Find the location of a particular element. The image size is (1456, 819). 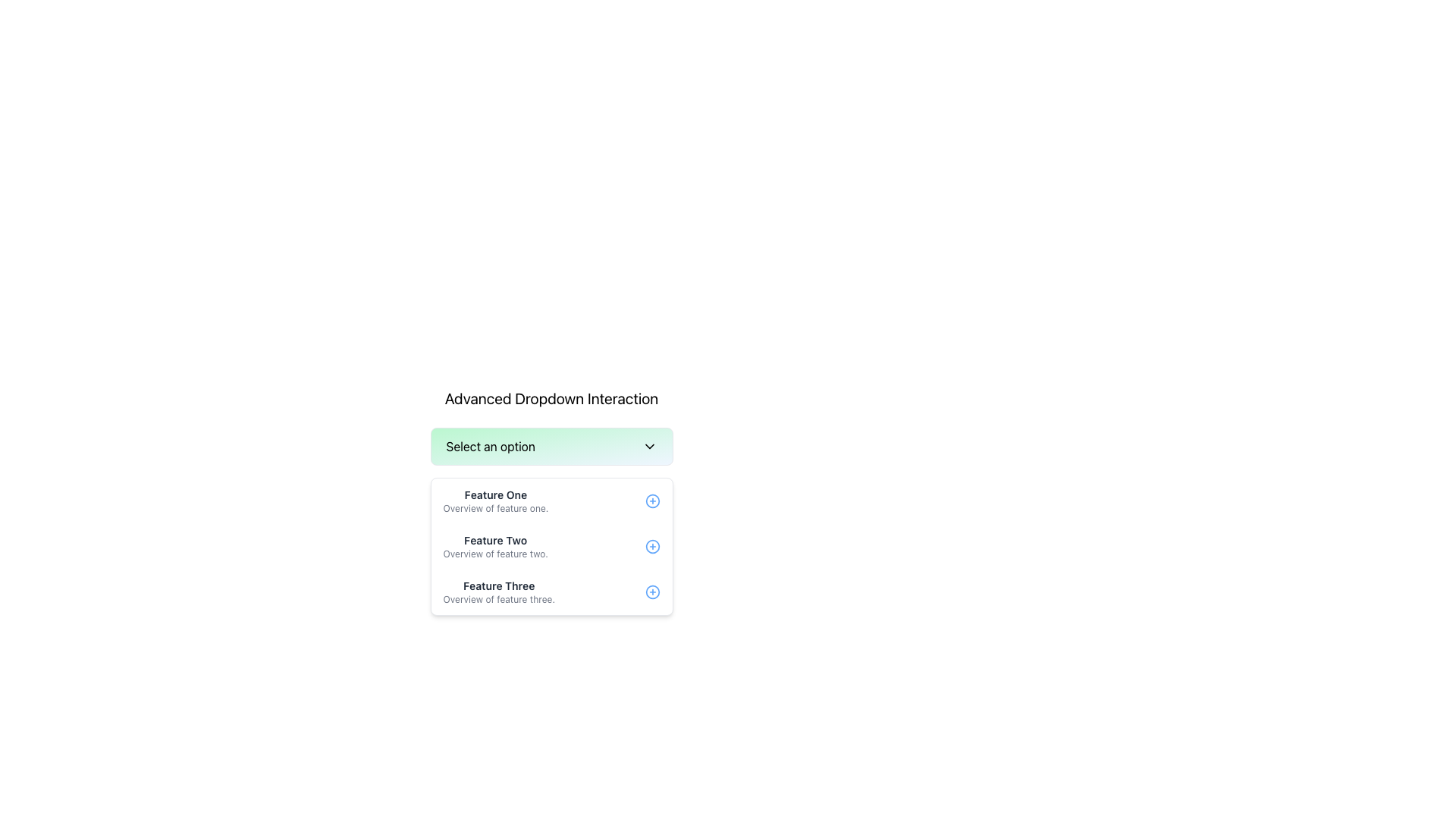

the icon button located in the right section of the row labeled 'Feature One' within the dropdown menu is located at coordinates (652, 500).